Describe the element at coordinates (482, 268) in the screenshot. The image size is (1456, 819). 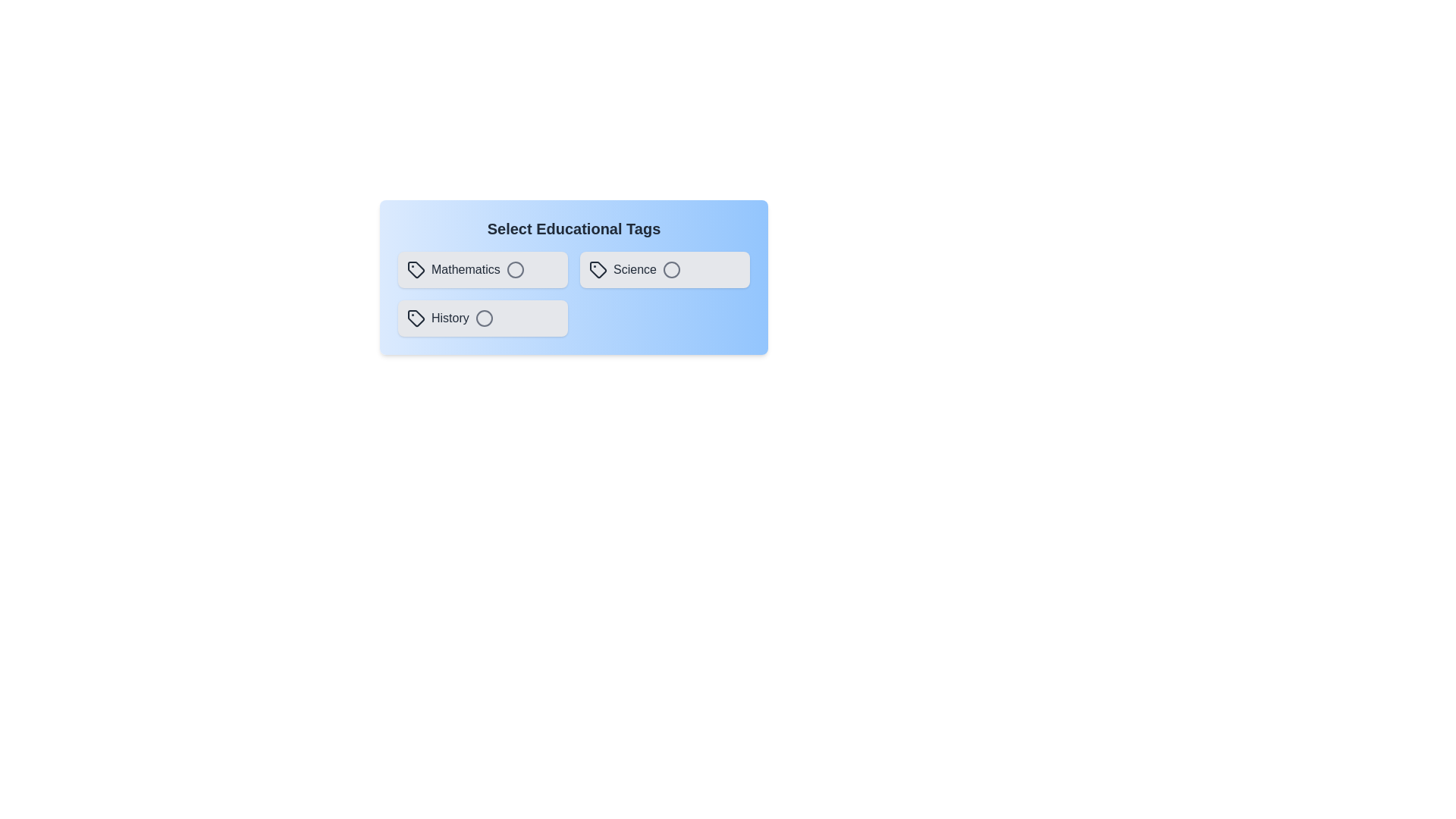
I see `the tag Mathematics` at that location.